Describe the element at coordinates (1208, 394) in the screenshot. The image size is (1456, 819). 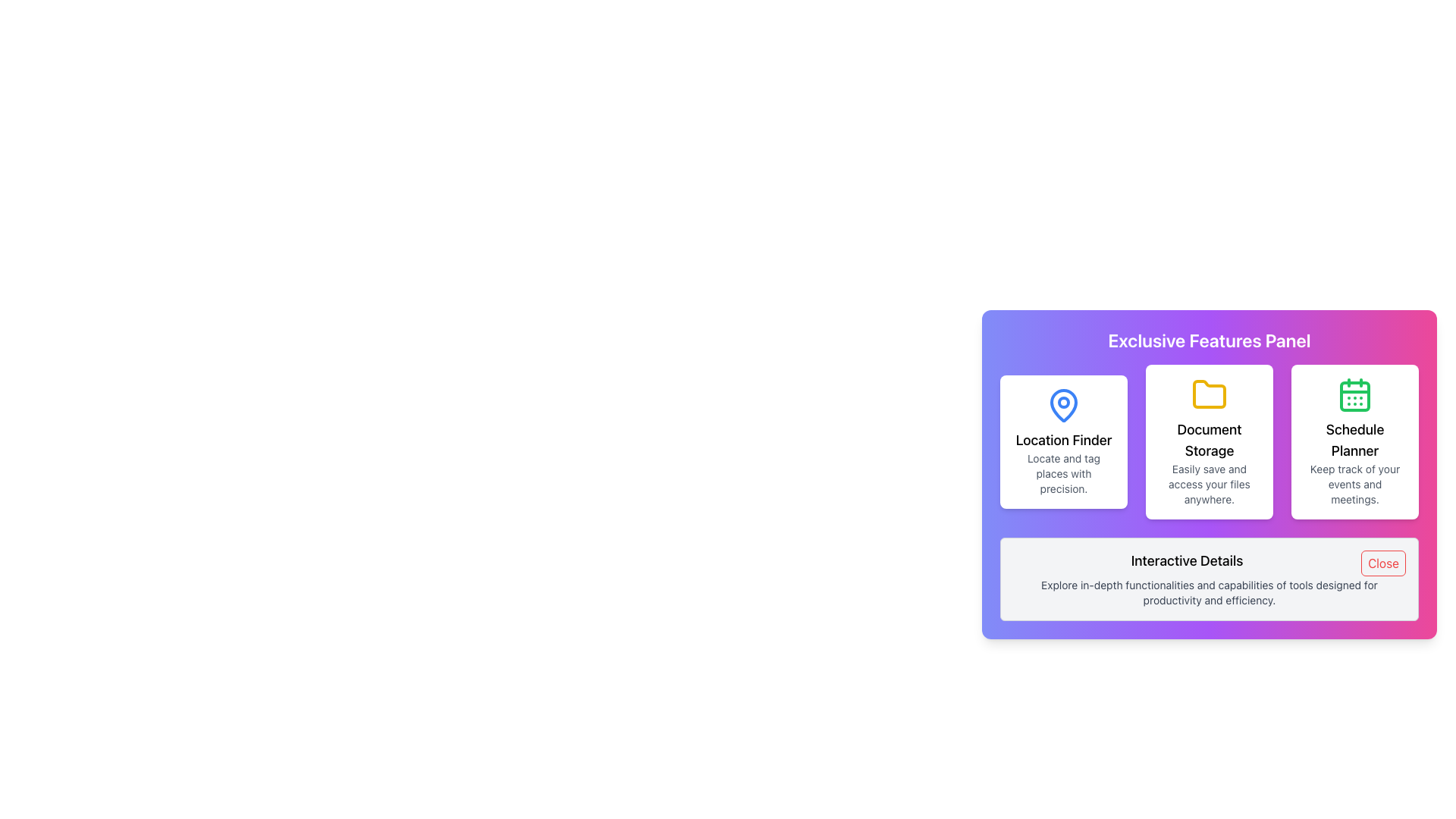
I see `the 'Document Storage' icon located at the top-left corner of the Document Storage section, which serves as a visual indicator for file management functionality` at that location.